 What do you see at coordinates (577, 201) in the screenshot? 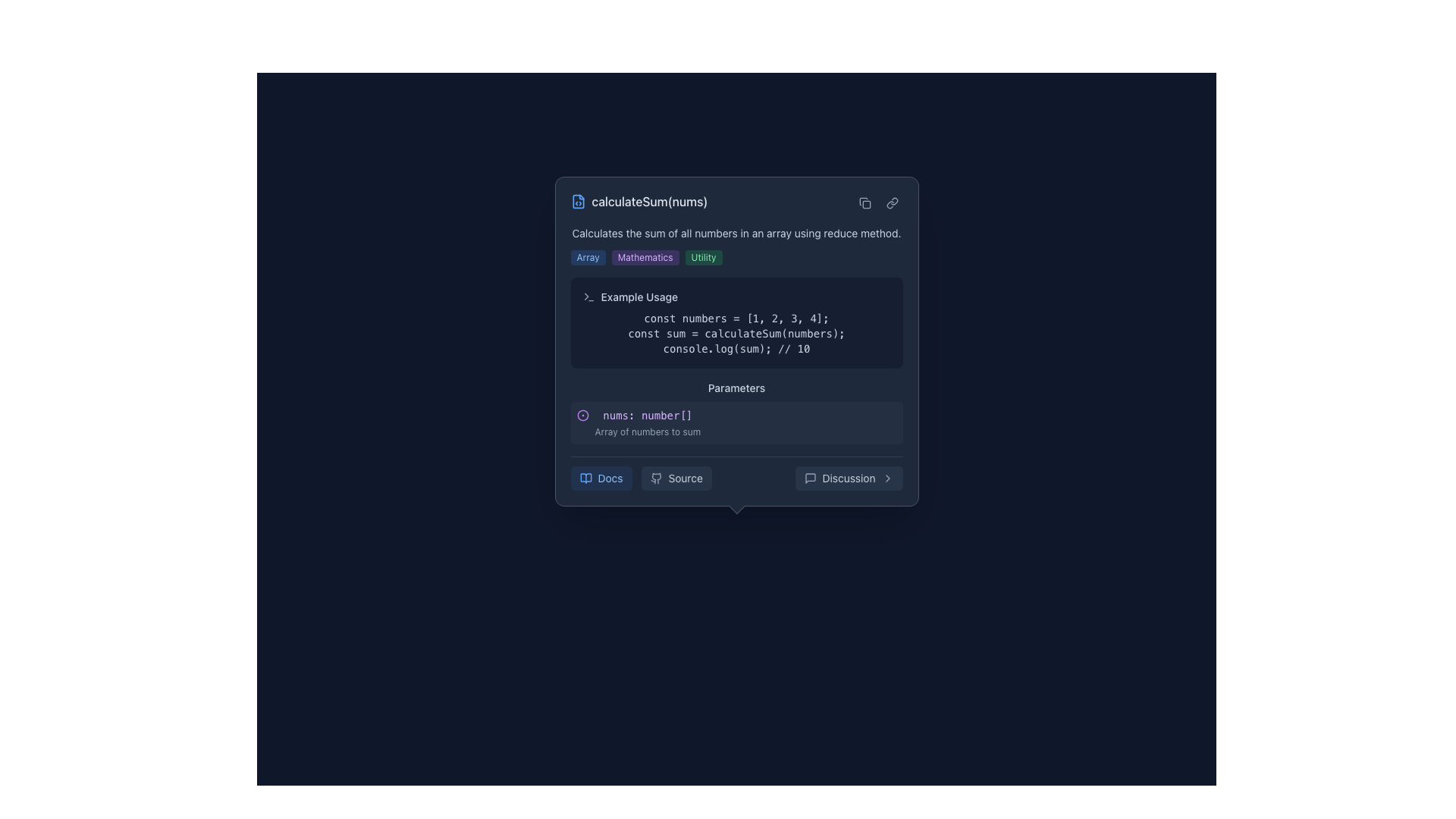
I see `the icon resembling a document with curly braces, which is located to the left of the text 'calculateSum(nums).'` at bounding box center [577, 201].